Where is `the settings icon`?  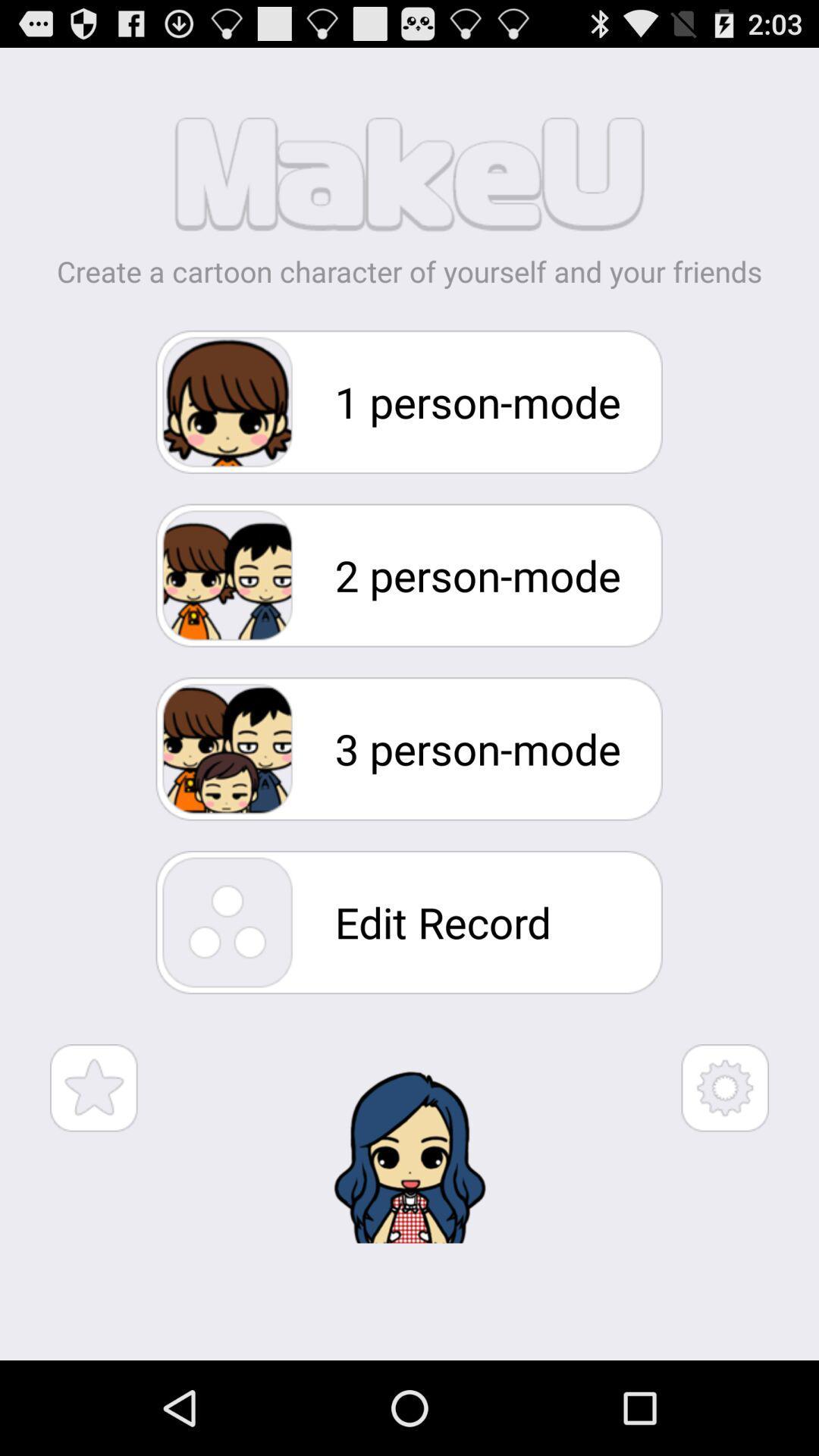
the settings icon is located at coordinates (724, 1163).